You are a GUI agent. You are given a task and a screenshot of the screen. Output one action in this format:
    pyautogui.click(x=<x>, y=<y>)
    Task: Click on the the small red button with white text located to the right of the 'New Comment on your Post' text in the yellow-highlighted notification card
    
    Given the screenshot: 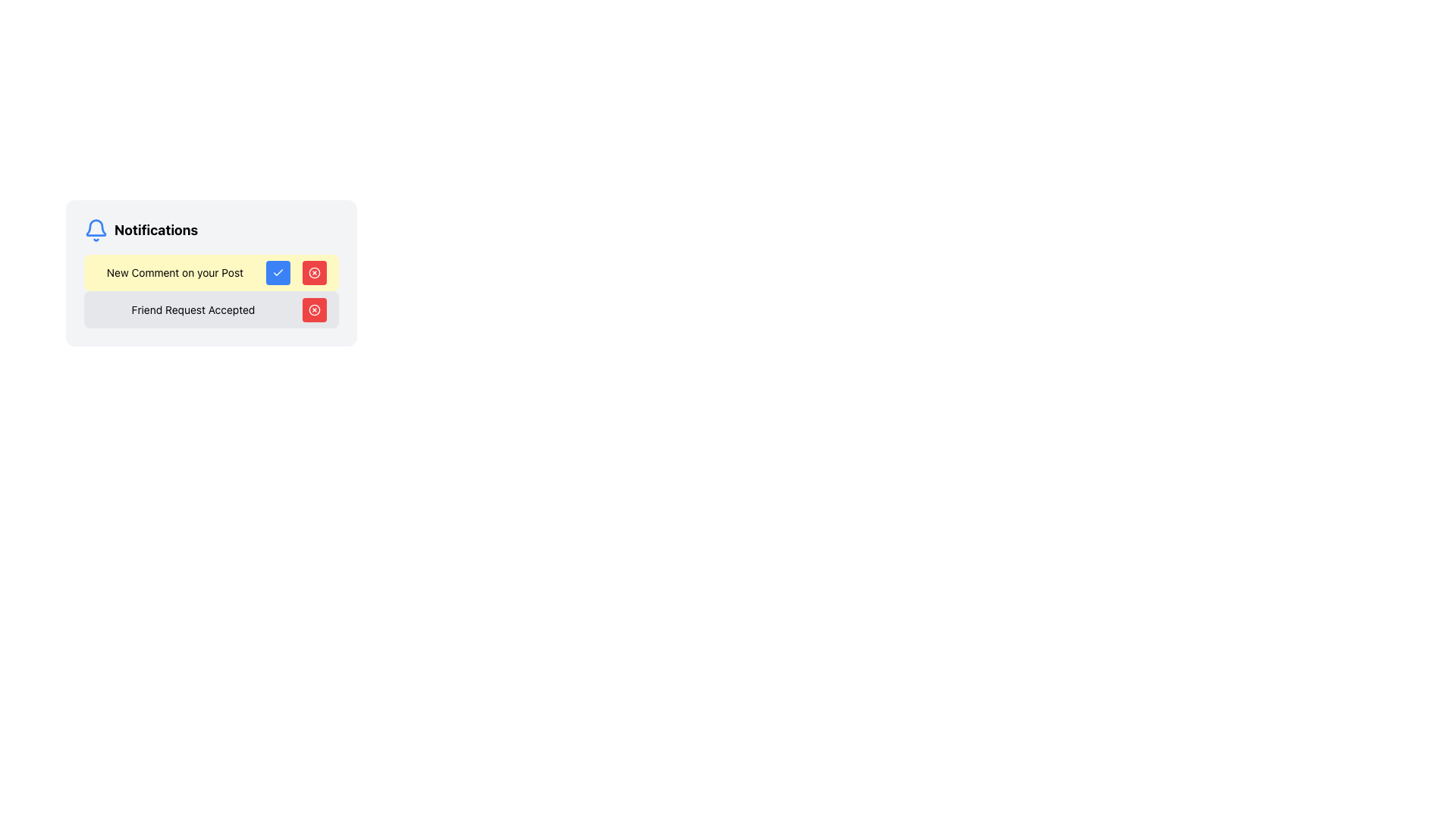 What is the action you would take?
    pyautogui.click(x=313, y=271)
    